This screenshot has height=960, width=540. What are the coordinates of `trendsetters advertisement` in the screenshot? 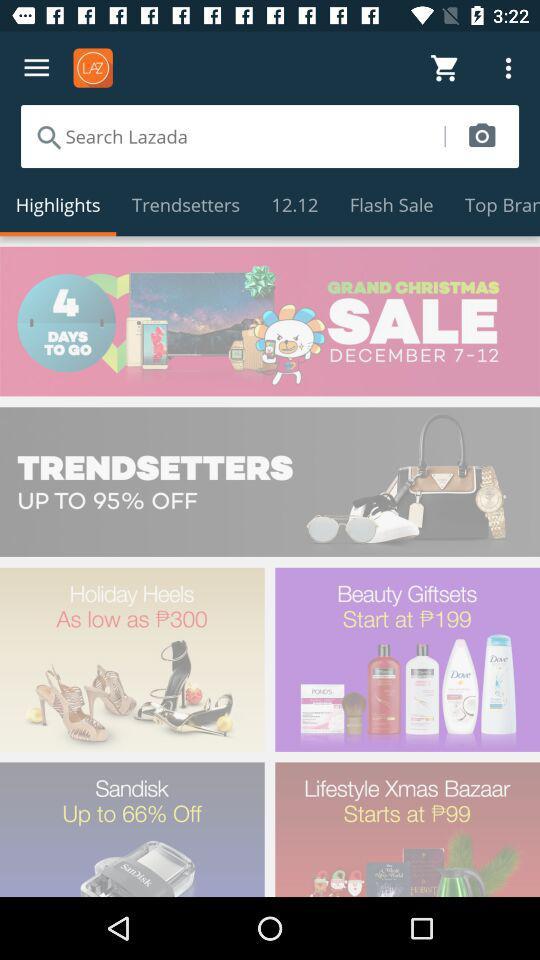 It's located at (270, 481).